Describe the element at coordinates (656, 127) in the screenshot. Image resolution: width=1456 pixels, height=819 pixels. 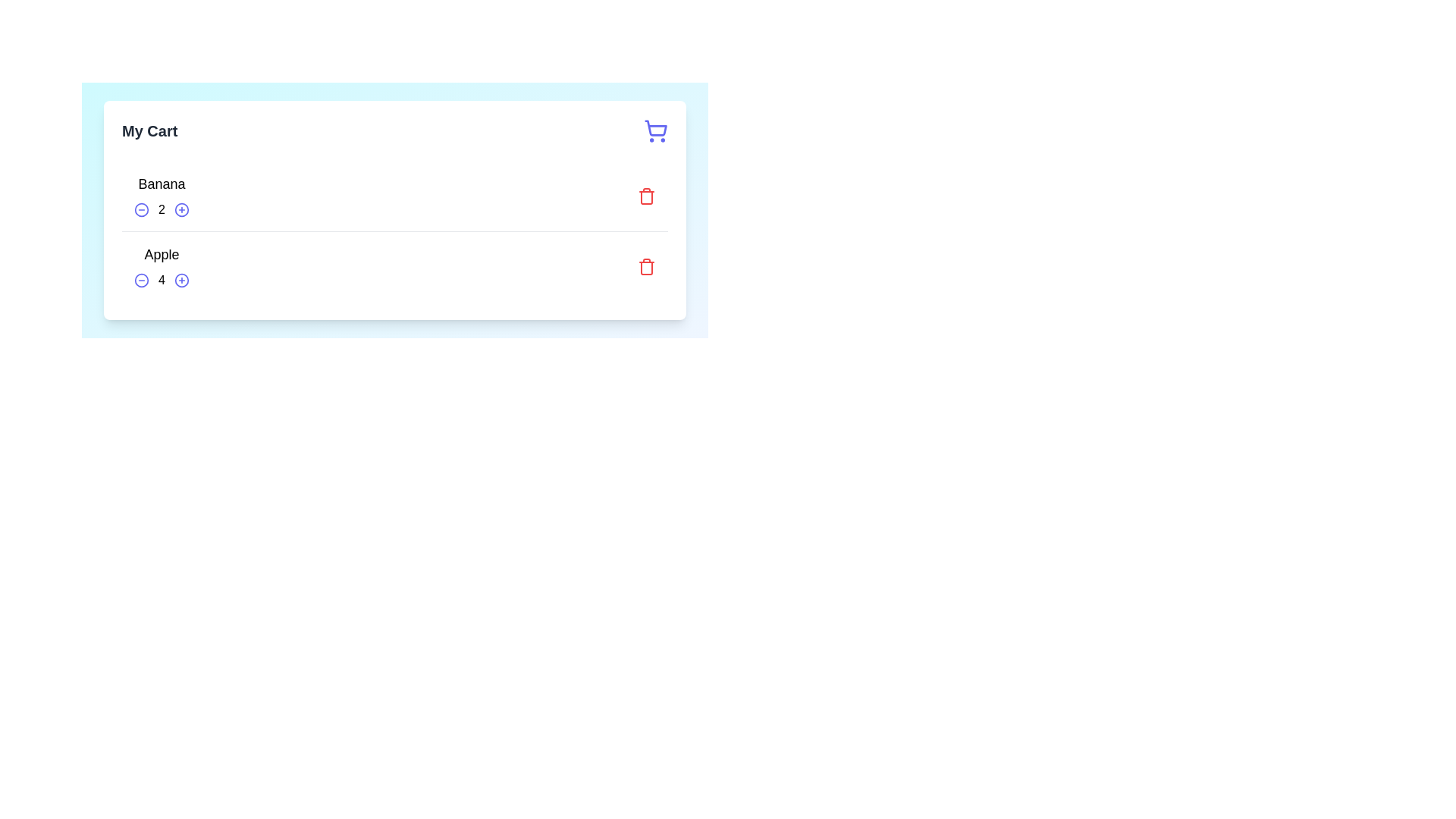
I see `the shopping cart icon located in the top-right corner of the interface, which is part of an SVG icon that indicates access to cart-related features` at that location.